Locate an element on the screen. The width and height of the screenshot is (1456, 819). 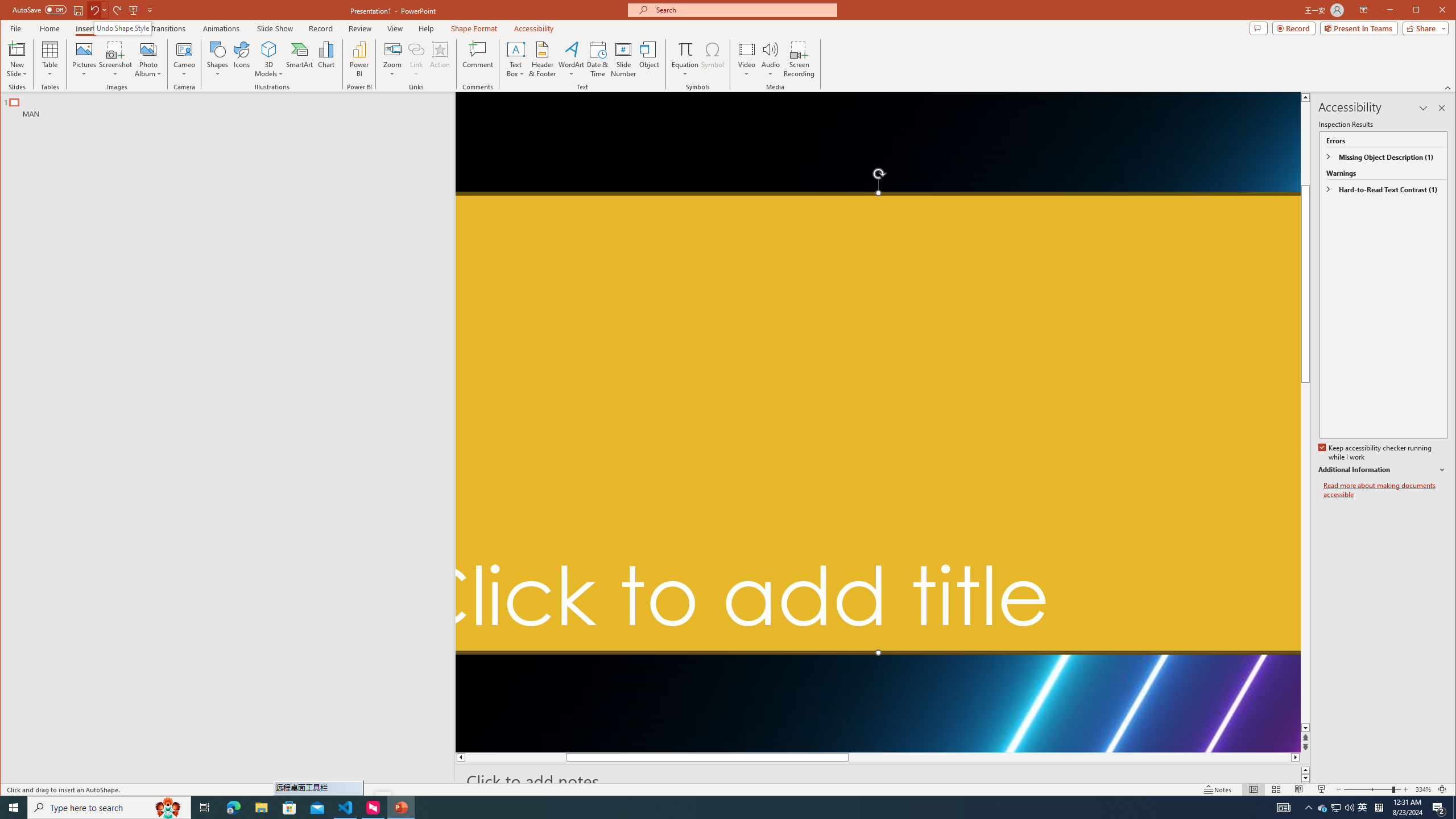
'3D Models' is located at coordinates (268, 48).